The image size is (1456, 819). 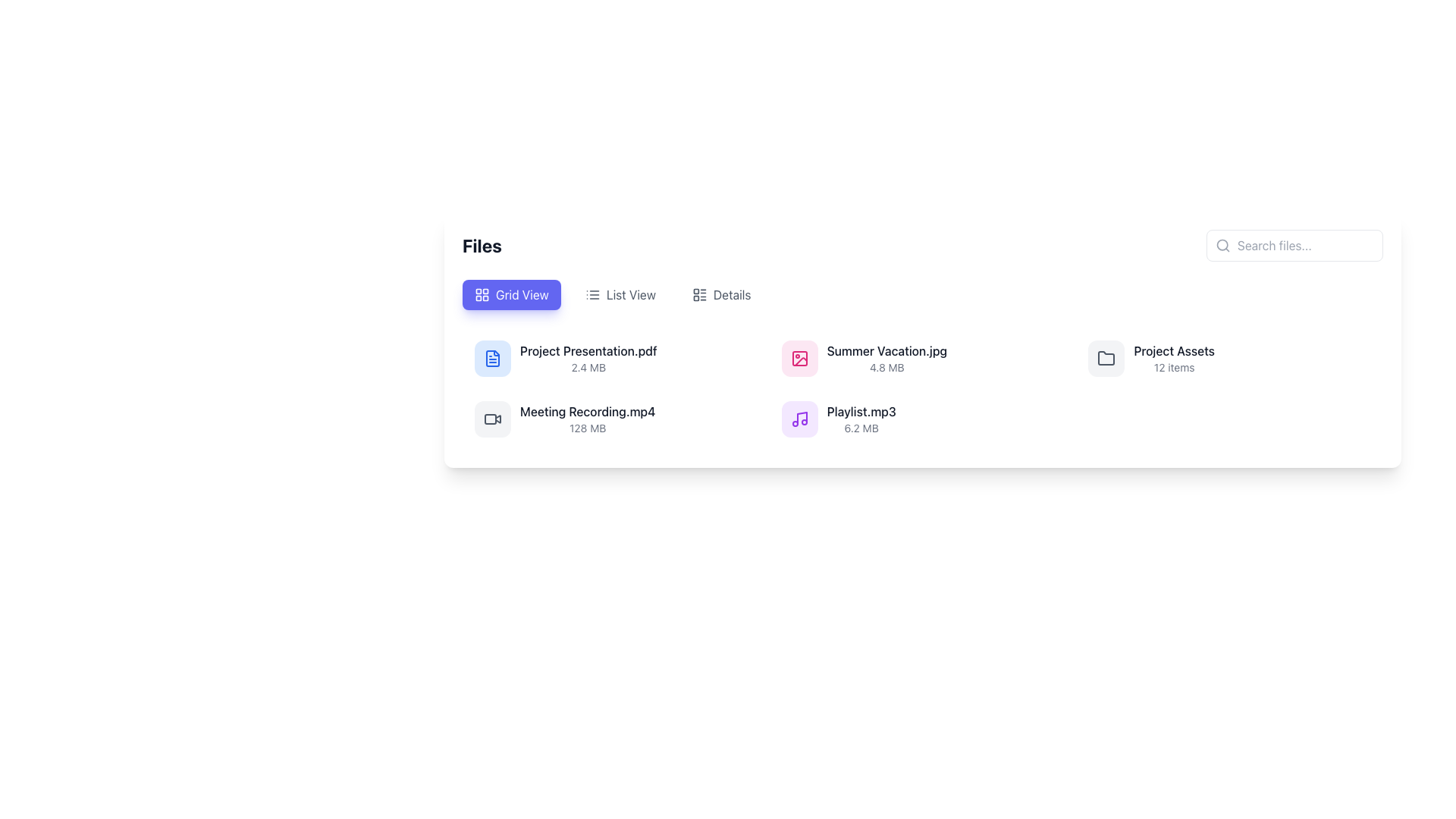 What do you see at coordinates (886, 368) in the screenshot?
I see `the Text Label that displays the size of the file 'Summer Vacation.jpg', which is located in the second column of the grid, beneath the file icon and title` at bounding box center [886, 368].